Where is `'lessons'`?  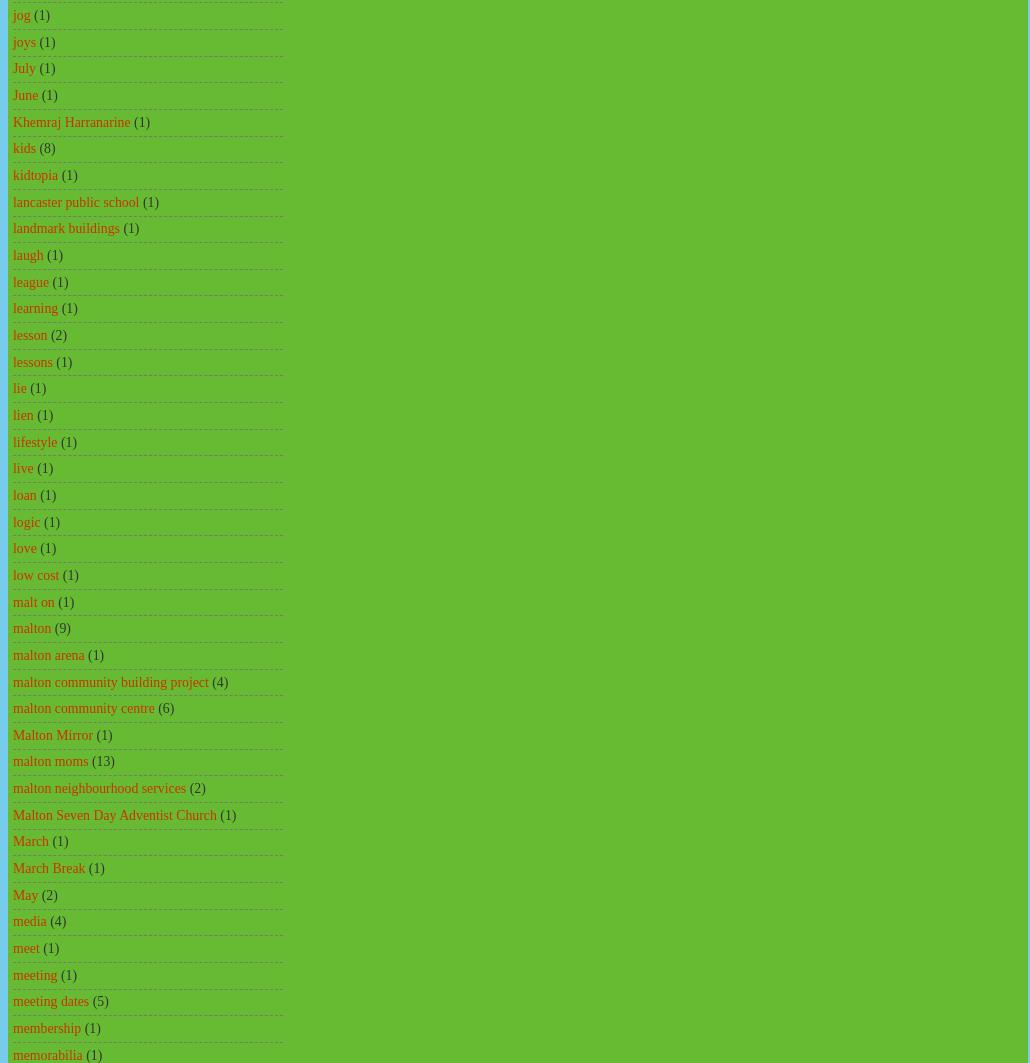
'lessons' is located at coordinates (12, 361).